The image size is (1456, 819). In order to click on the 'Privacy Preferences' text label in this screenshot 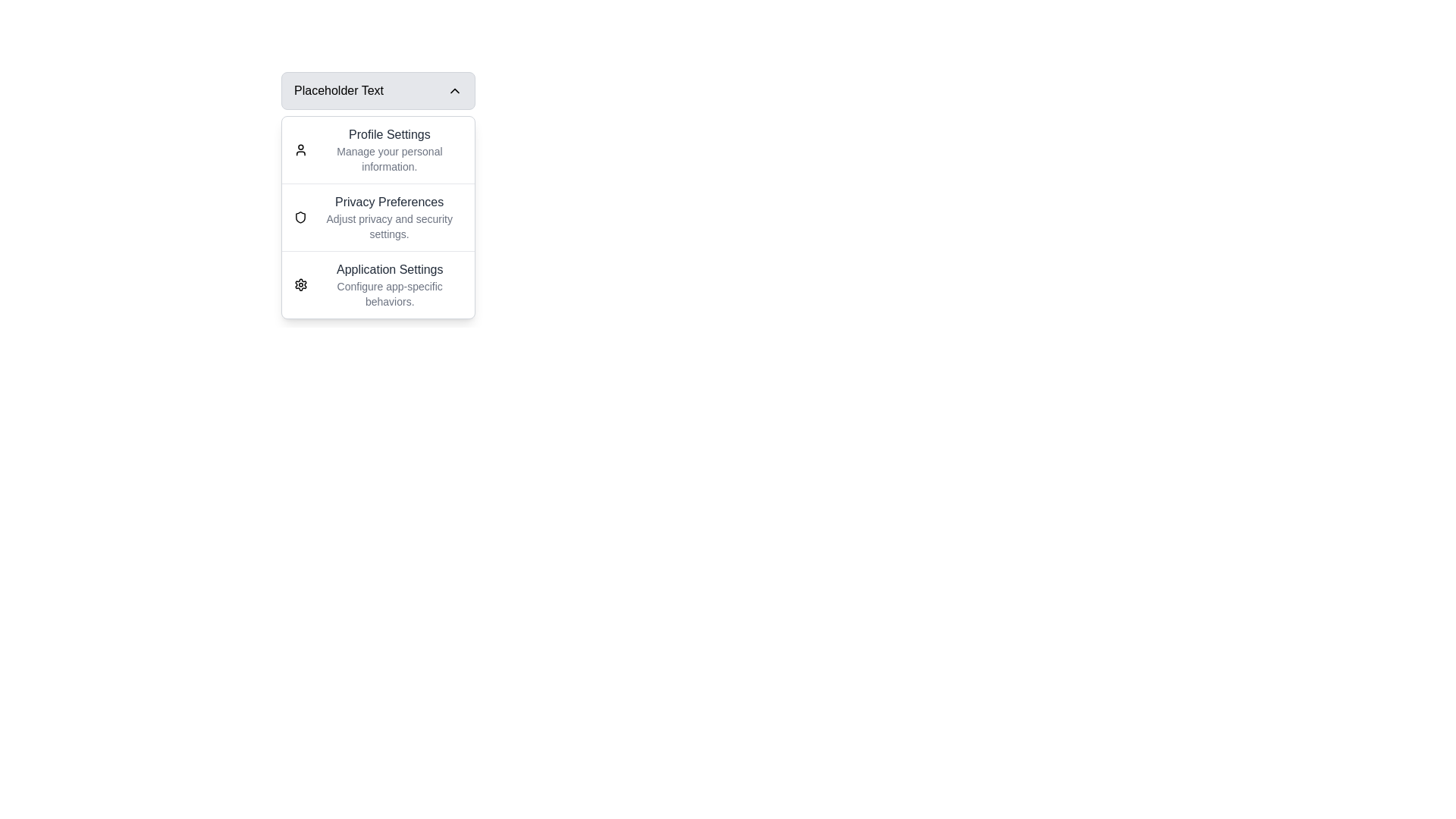, I will do `click(389, 217)`.